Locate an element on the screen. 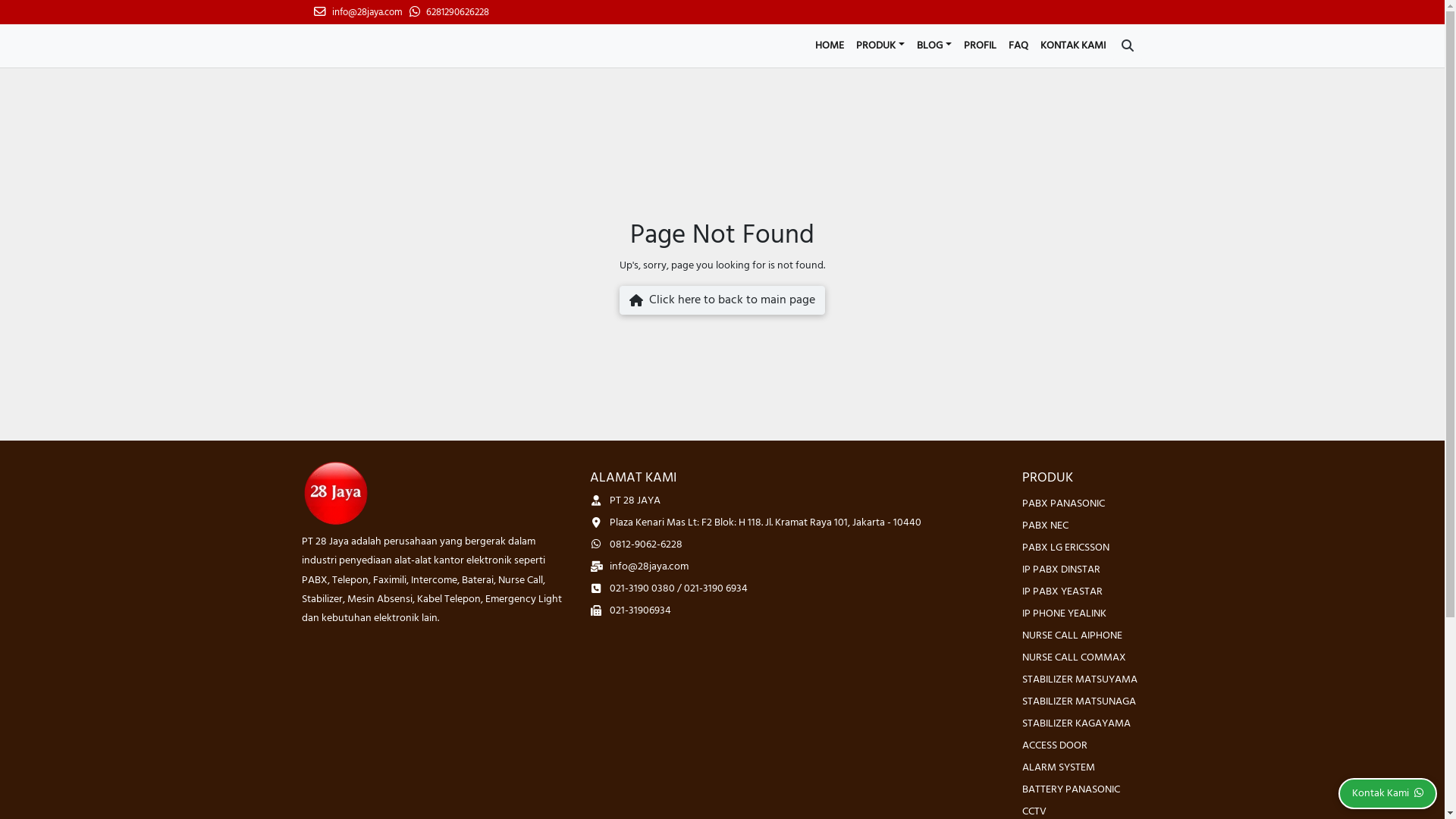 The image size is (1456, 819). 'info@28jaya.com' is located at coordinates (357, 12).